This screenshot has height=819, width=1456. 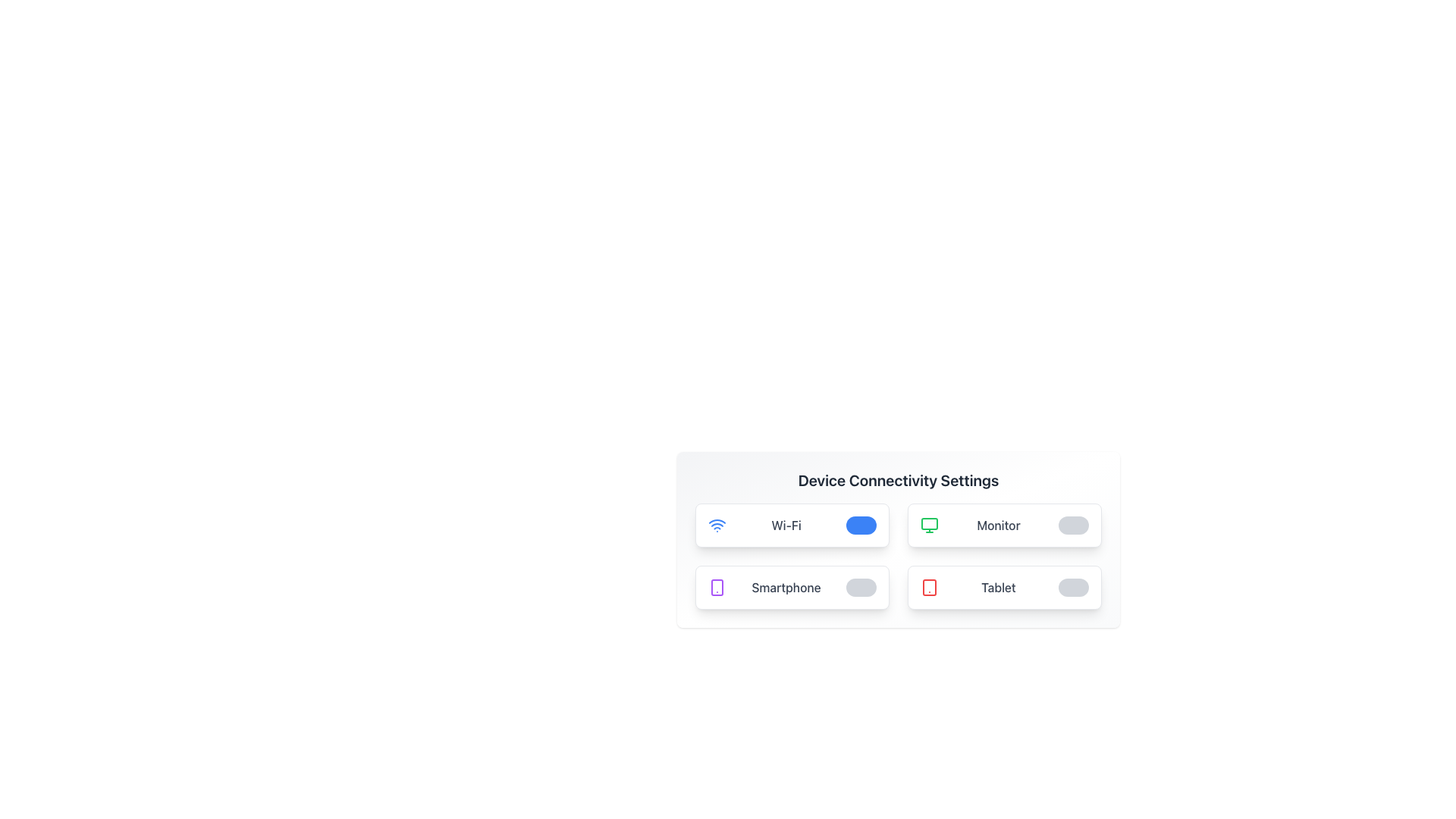 What do you see at coordinates (928, 587) in the screenshot?
I see `the 'Tablet' device icon in the 'Device Connectivity Settings' interface` at bounding box center [928, 587].